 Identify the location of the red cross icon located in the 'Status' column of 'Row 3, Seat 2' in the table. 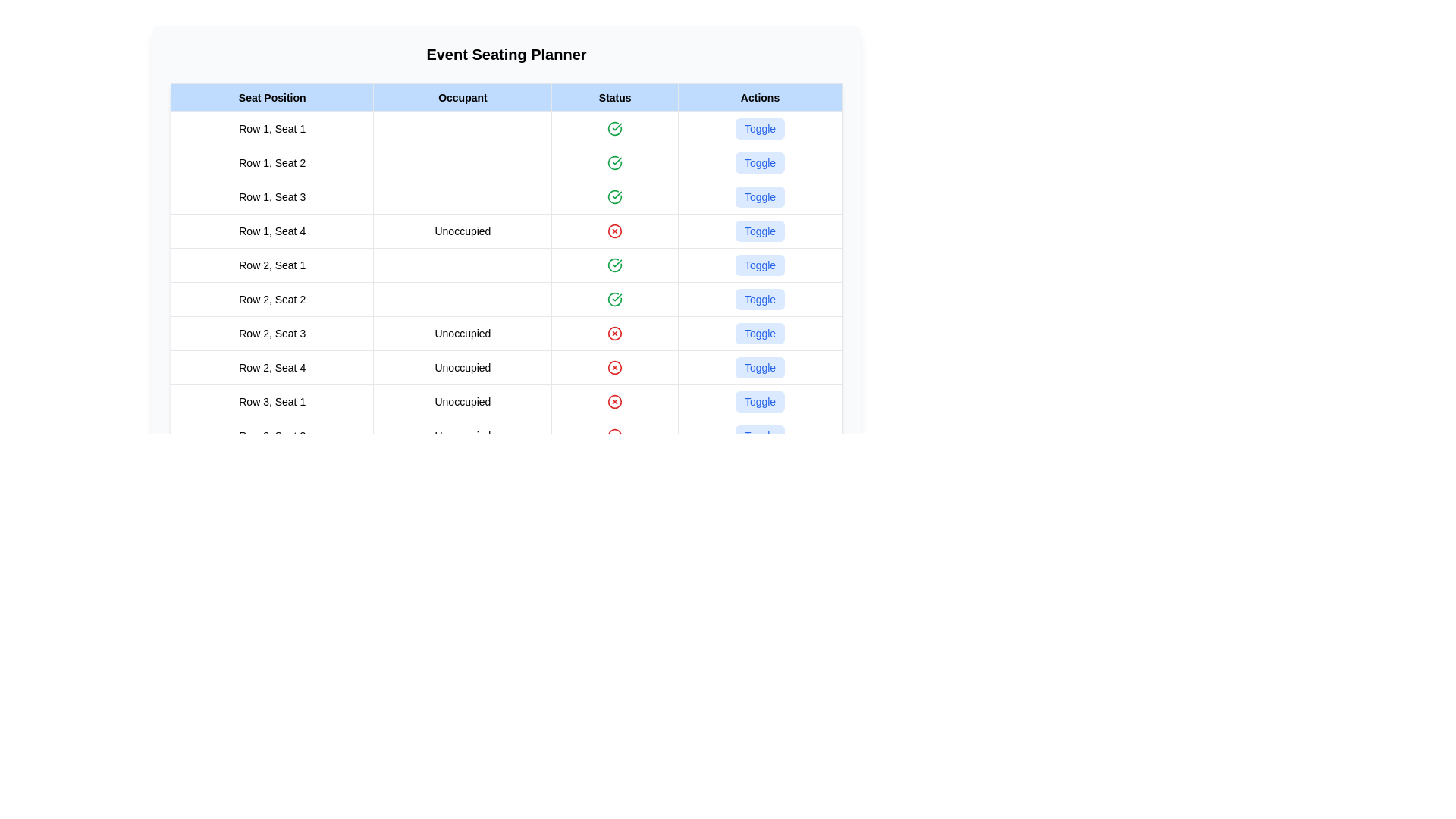
(615, 435).